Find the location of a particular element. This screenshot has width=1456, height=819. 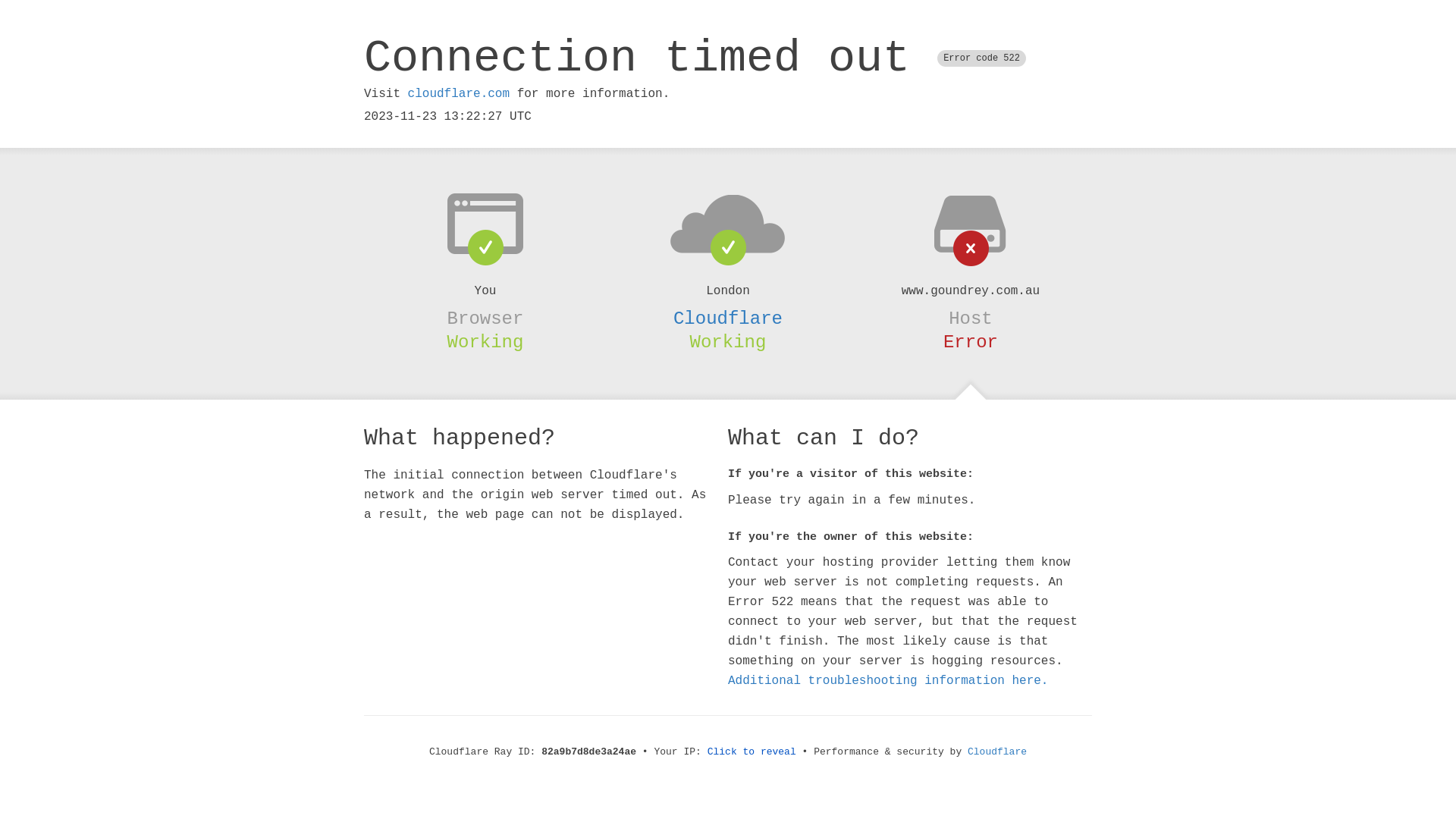

'Additional troubleshooting information here.' is located at coordinates (888, 680).